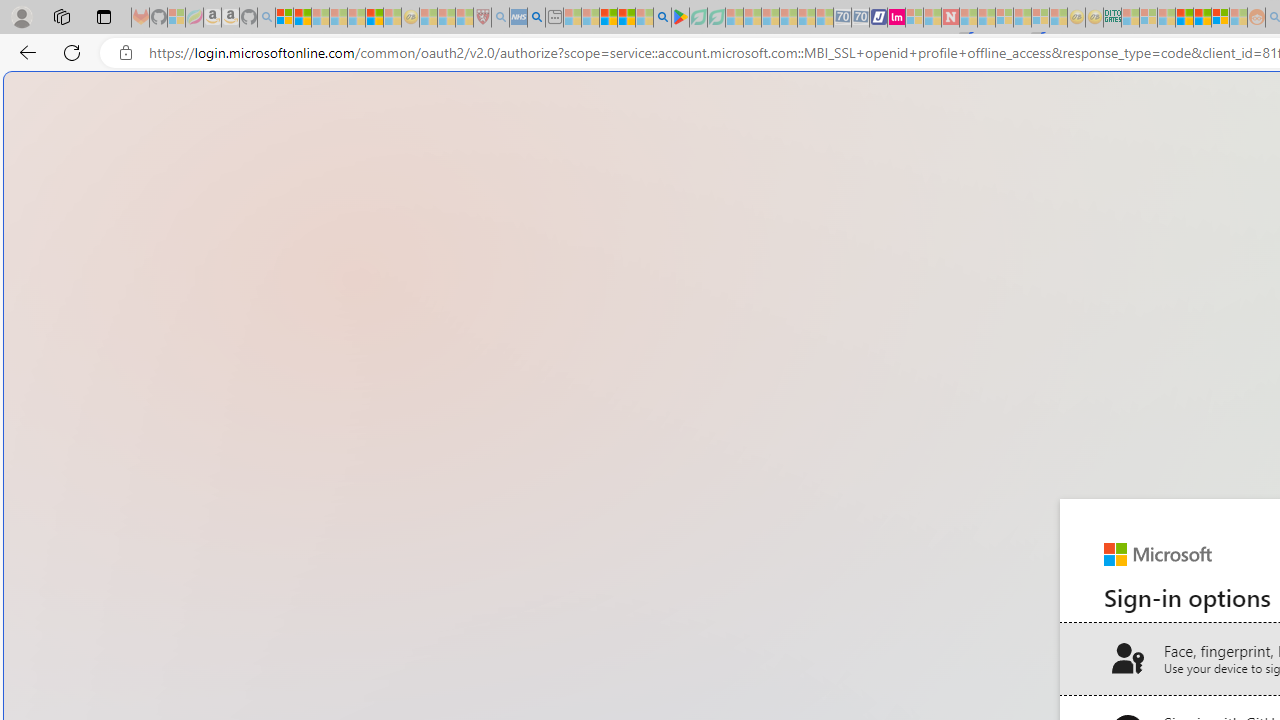 The height and width of the screenshot is (720, 1280). Describe the element at coordinates (895, 17) in the screenshot. I see `'Jobs - lastminute.com Investor Portal'` at that location.